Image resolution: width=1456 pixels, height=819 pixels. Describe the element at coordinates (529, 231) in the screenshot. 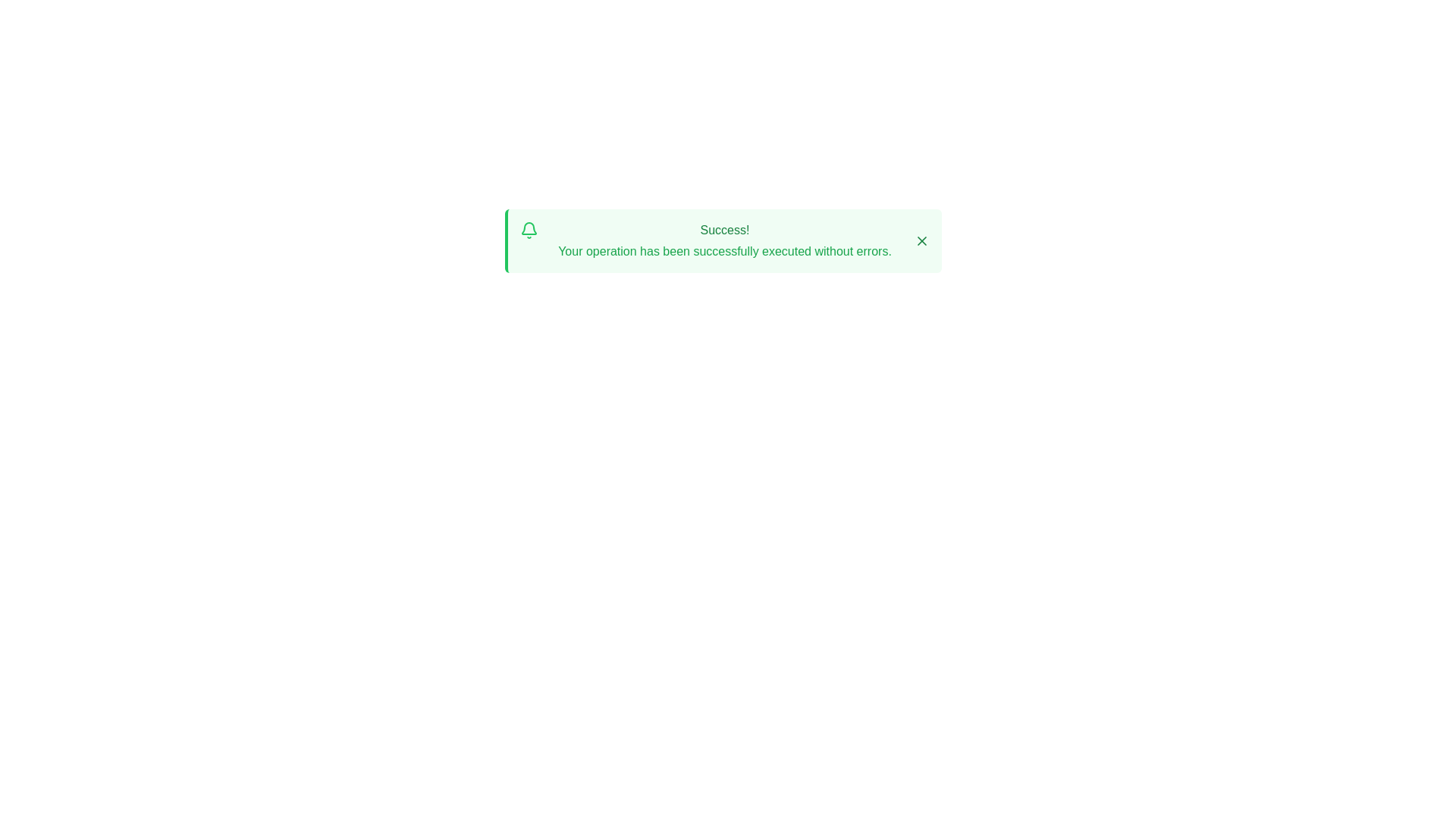

I see `the alert icon to visually interact with it` at that location.